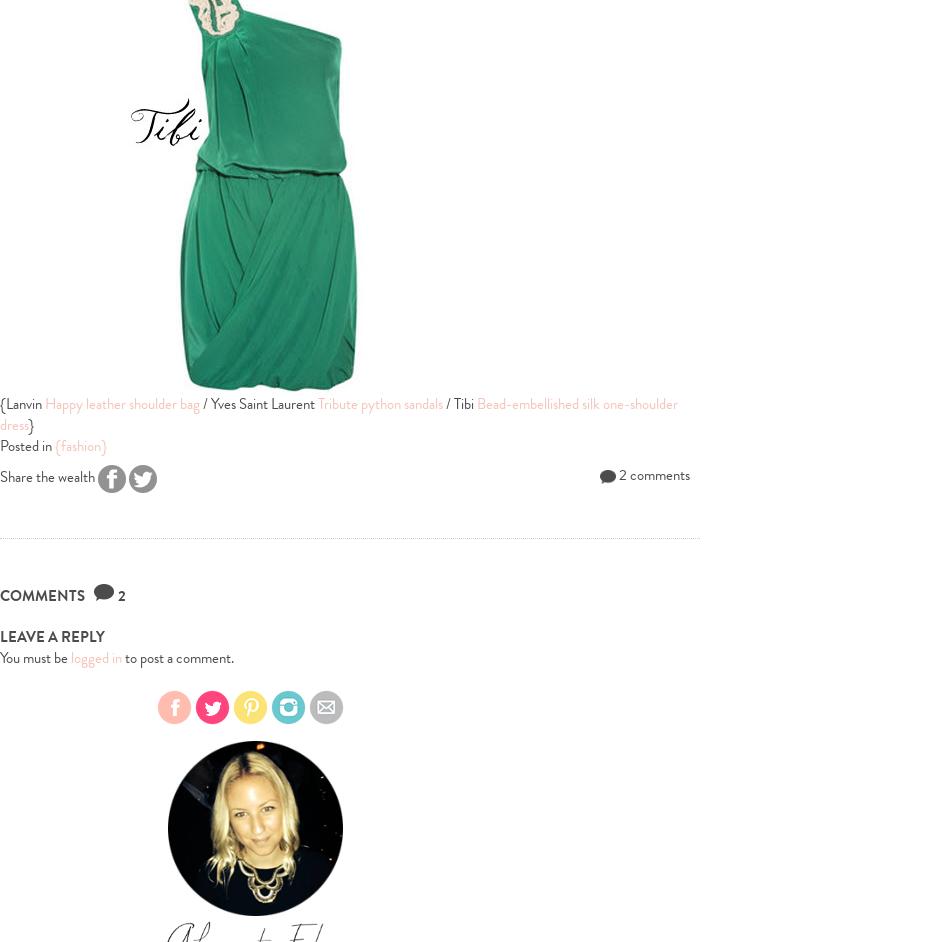 The width and height of the screenshot is (950, 942). Describe the element at coordinates (47, 596) in the screenshot. I see `'COMMENTS'` at that location.